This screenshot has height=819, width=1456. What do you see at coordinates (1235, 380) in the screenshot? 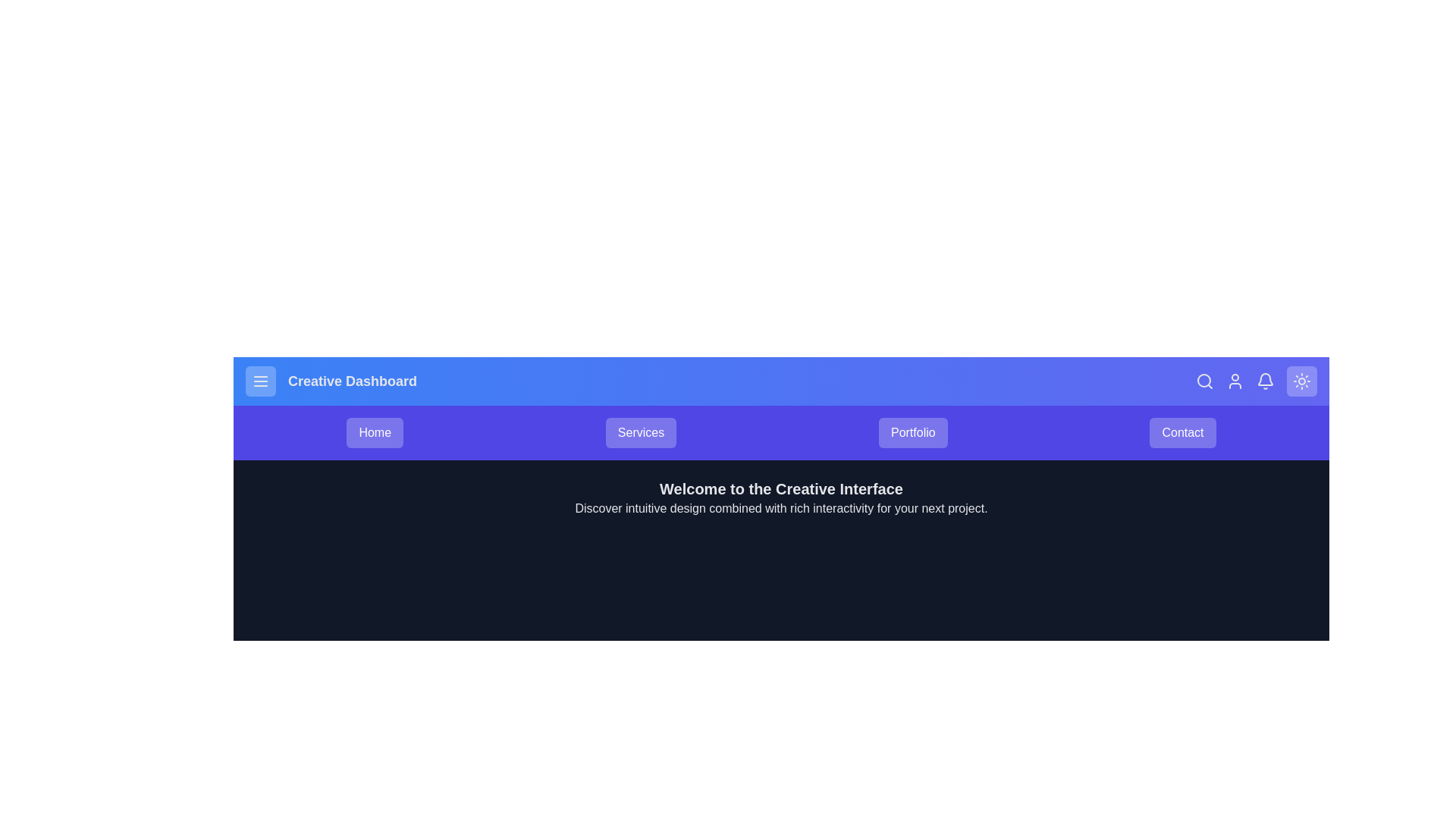
I see `the user icon in the header` at bounding box center [1235, 380].